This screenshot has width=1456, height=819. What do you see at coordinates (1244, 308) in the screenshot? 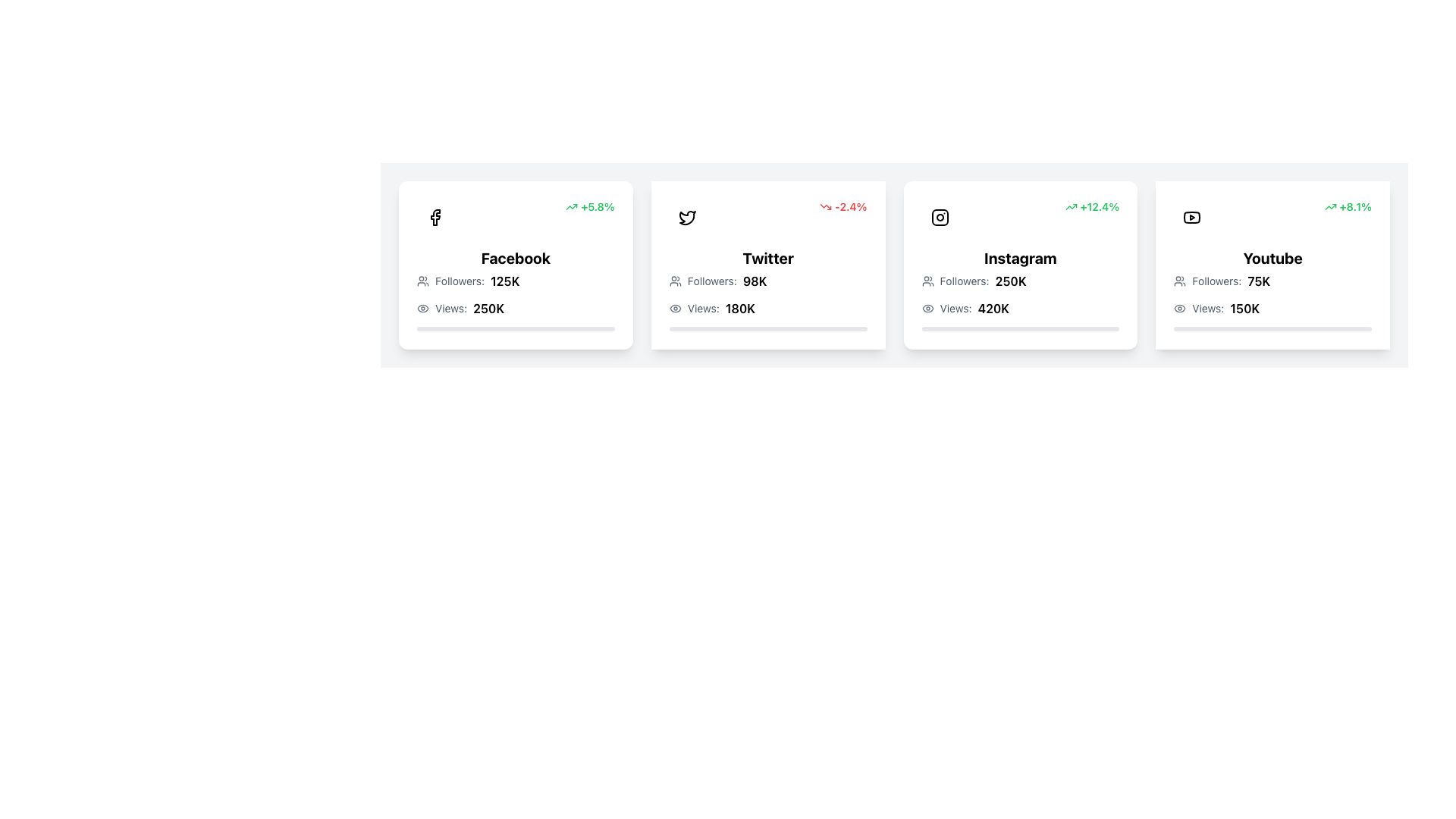
I see `the bold text component displaying '150K' located next to the word 'Views:' in the Youtube card` at bounding box center [1244, 308].